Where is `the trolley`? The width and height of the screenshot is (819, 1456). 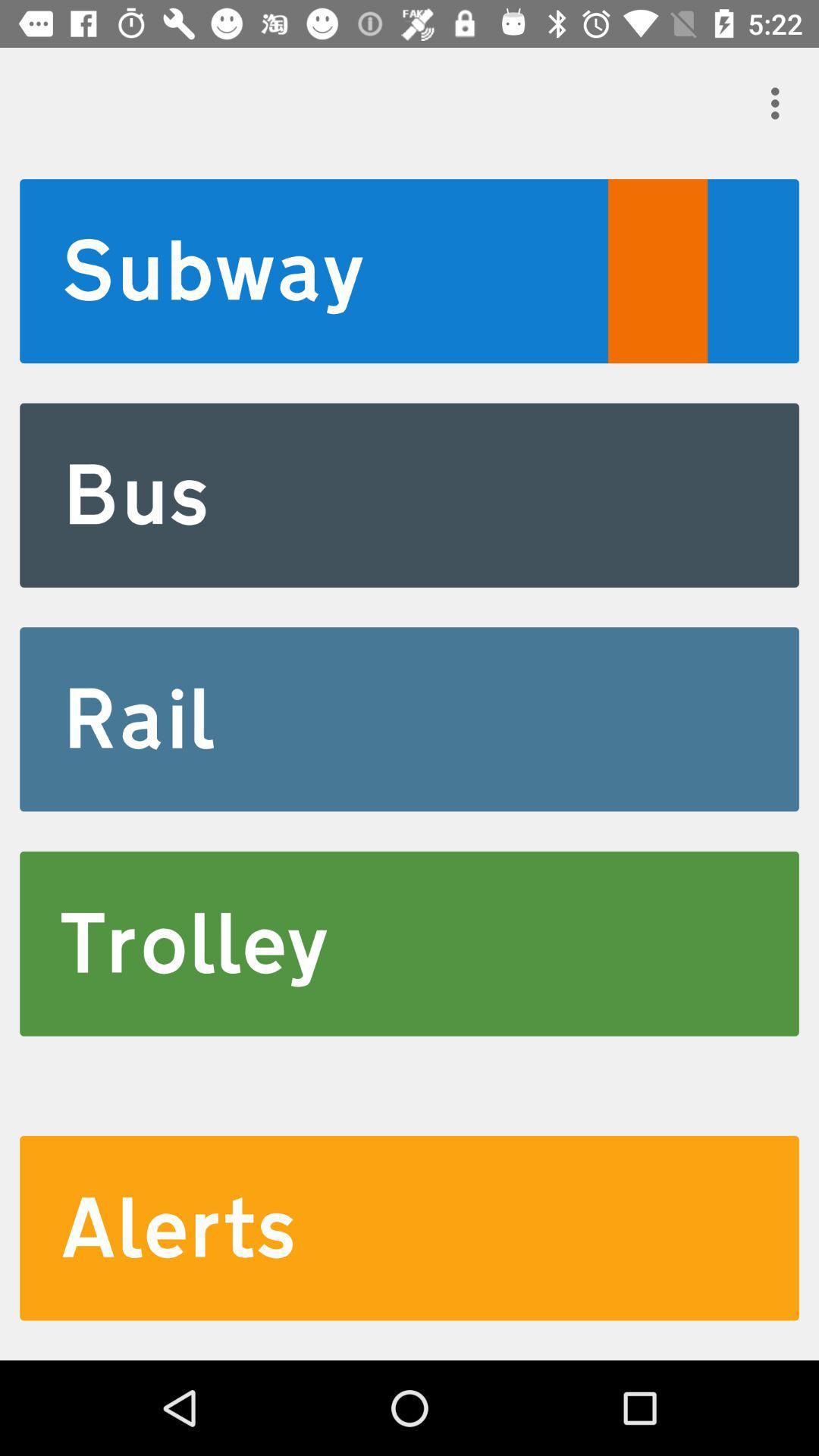
the trolley is located at coordinates (409, 943).